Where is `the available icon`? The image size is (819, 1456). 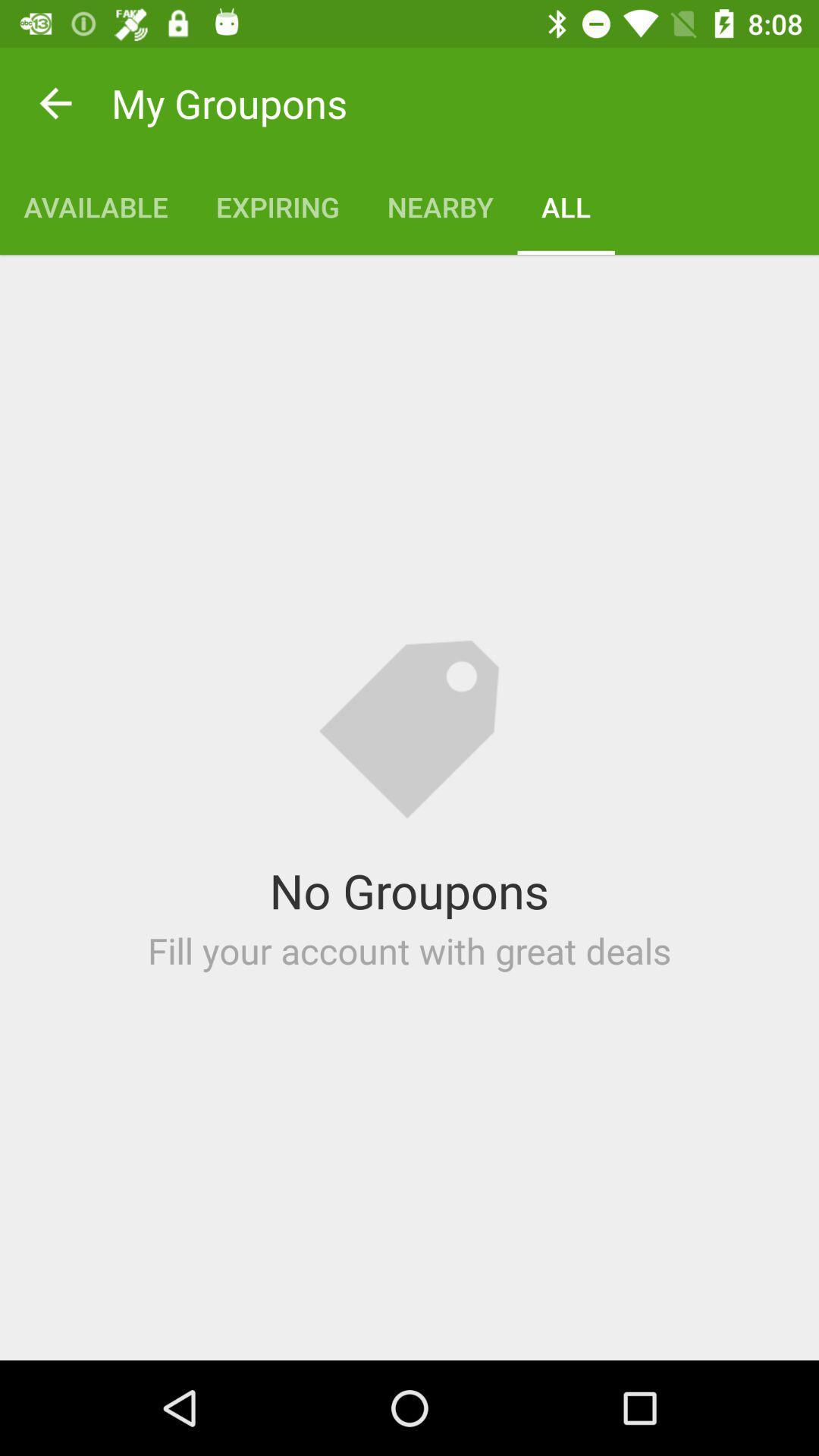 the available icon is located at coordinates (96, 206).